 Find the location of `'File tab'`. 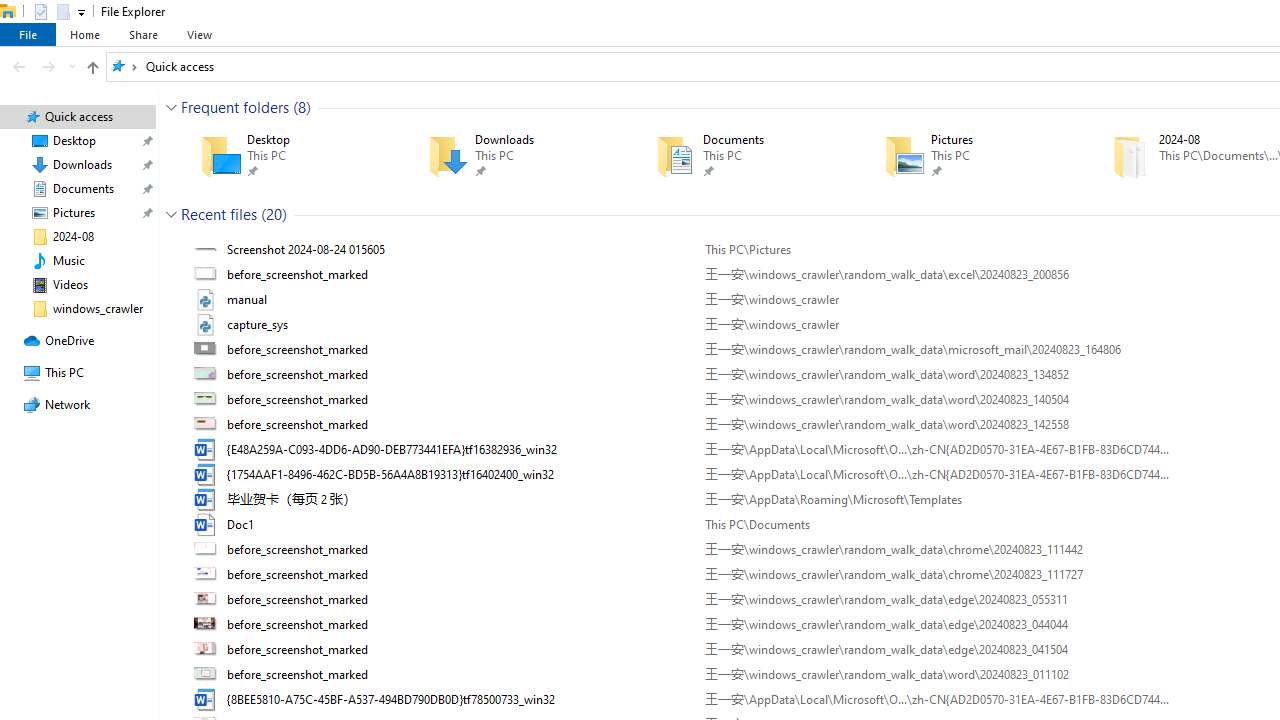

'File tab' is located at coordinates (28, 34).